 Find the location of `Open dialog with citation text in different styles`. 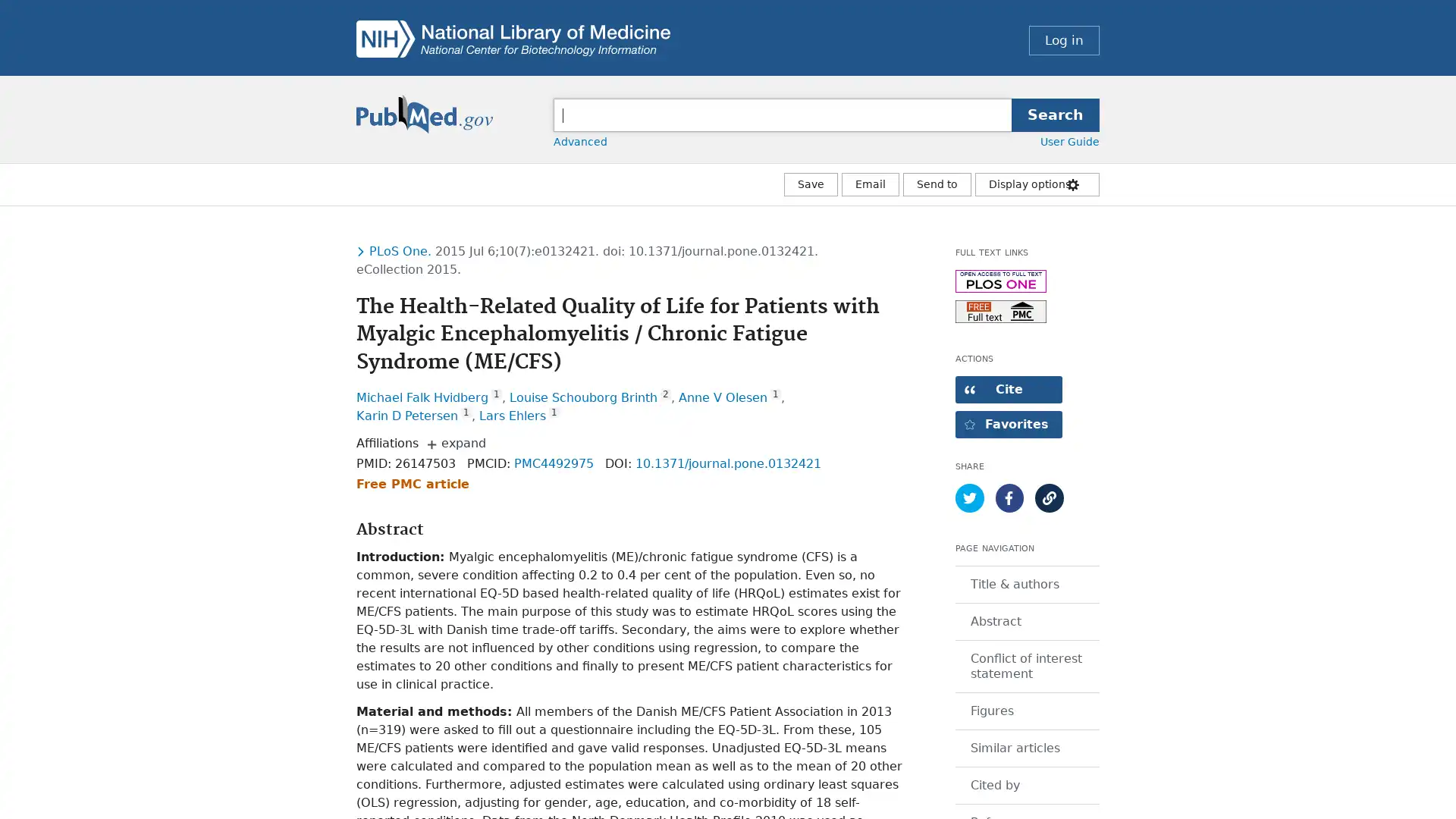

Open dialog with citation text in different styles is located at coordinates (1009, 388).